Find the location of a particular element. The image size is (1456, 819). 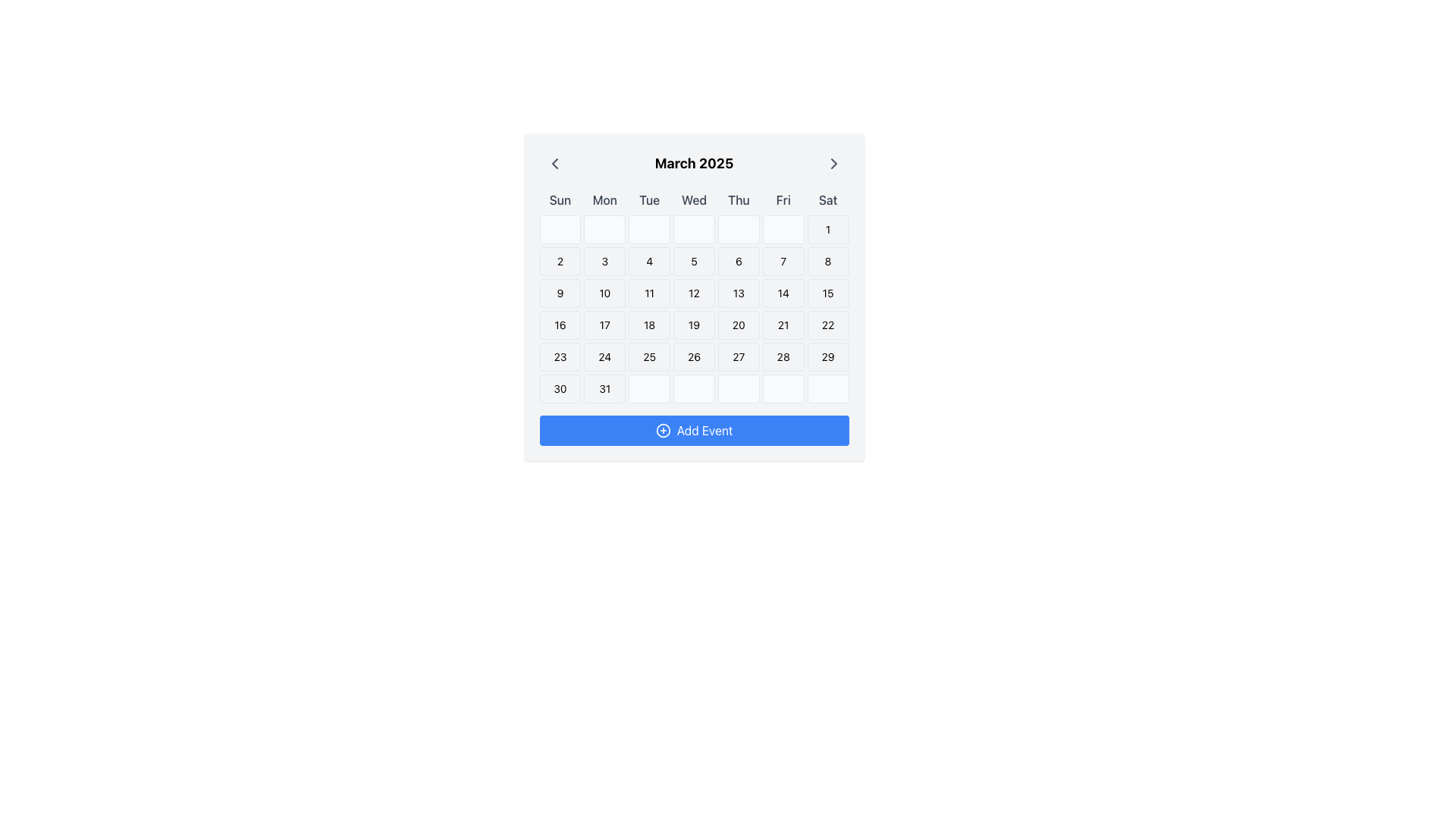

the button labeled '6' in the calendar grid is located at coordinates (739, 260).